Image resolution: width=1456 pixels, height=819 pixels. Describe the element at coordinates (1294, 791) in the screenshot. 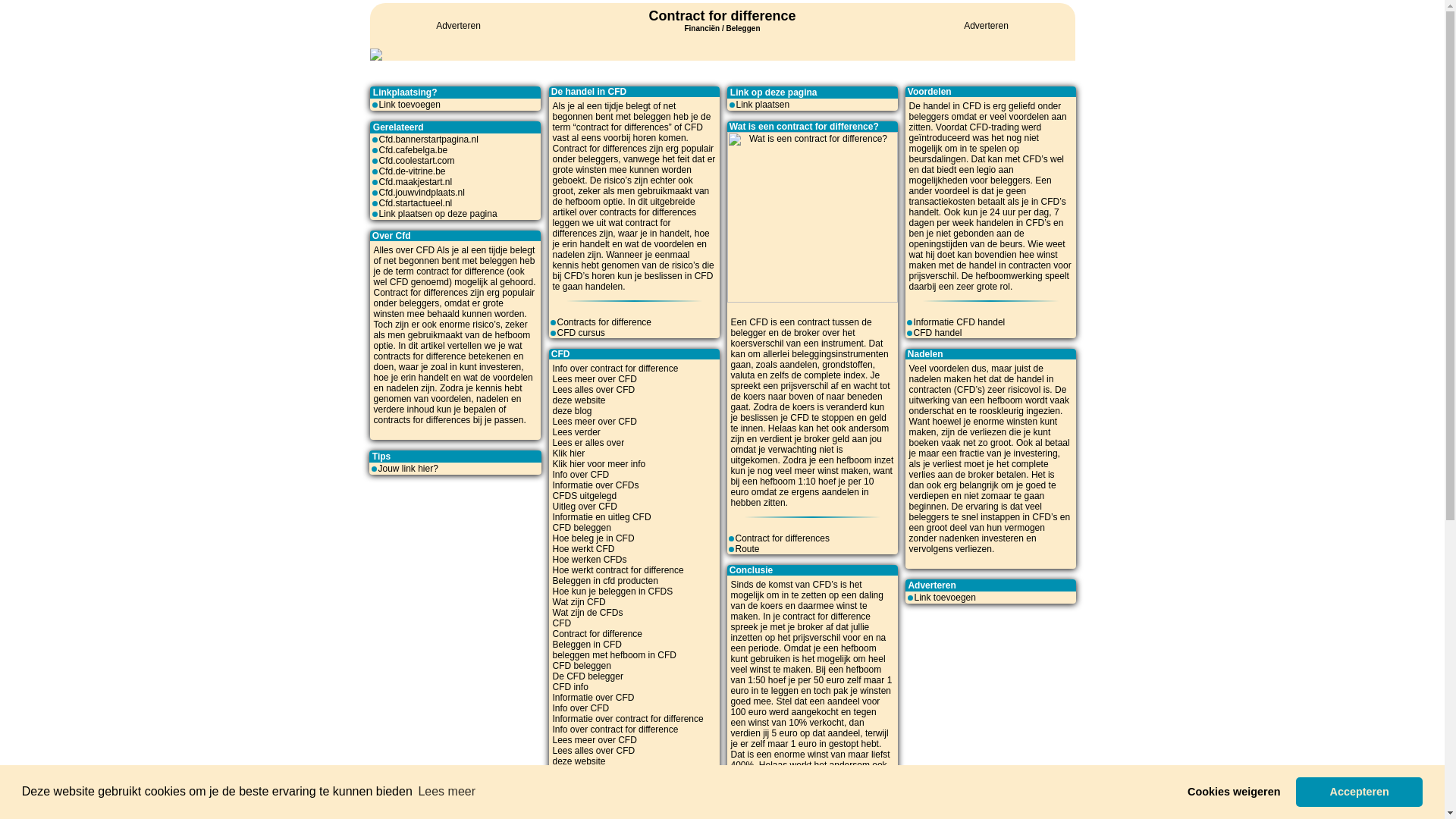

I see `'Accepteren'` at that location.